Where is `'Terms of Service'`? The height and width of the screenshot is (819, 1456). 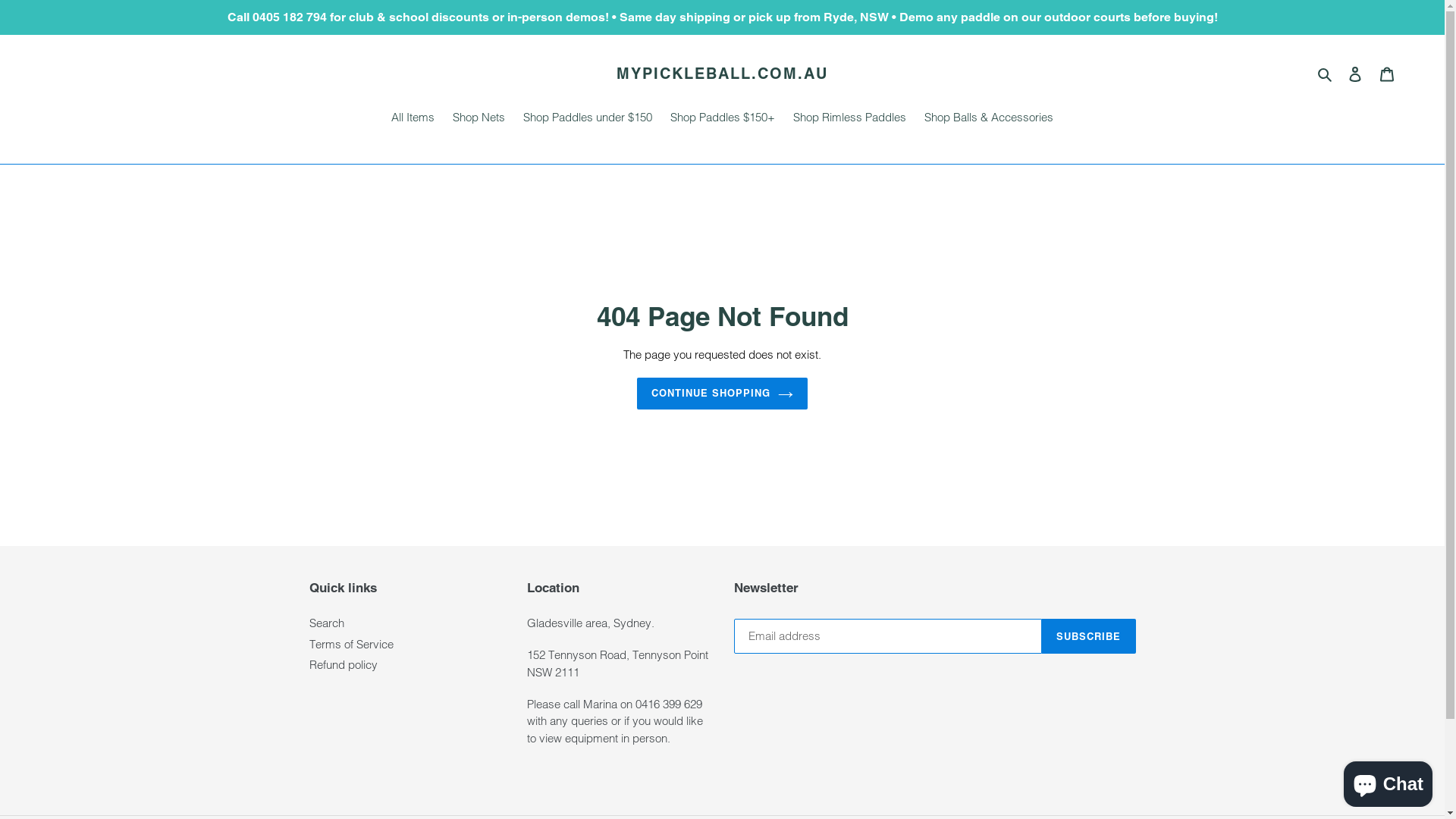
'Terms of Service' is located at coordinates (350, 644).